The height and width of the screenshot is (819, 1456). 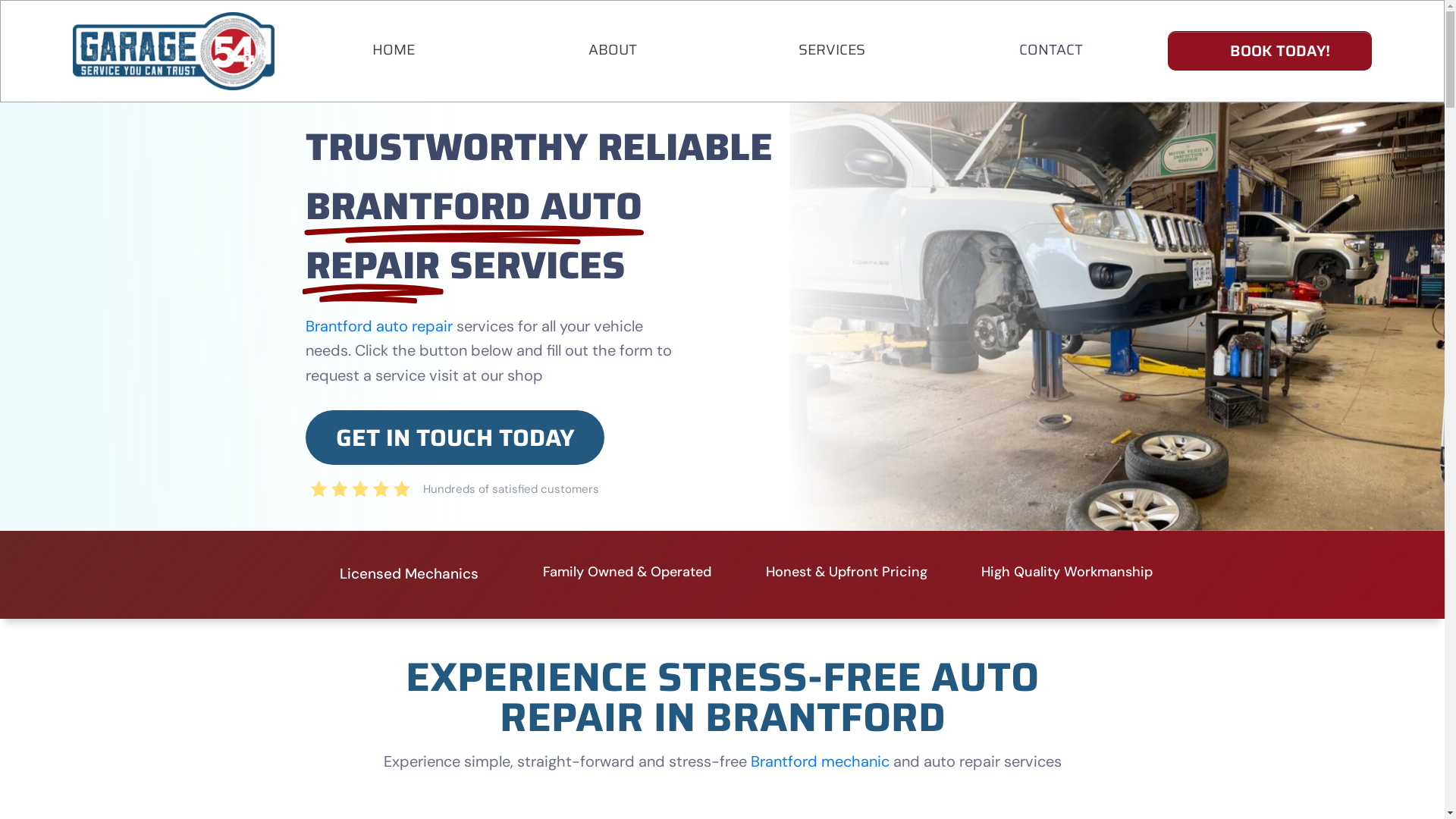 What do you see at coordinates (612, 49) in the screenshot?
I see `'ABOUT'` at bounding box center [612, 49].